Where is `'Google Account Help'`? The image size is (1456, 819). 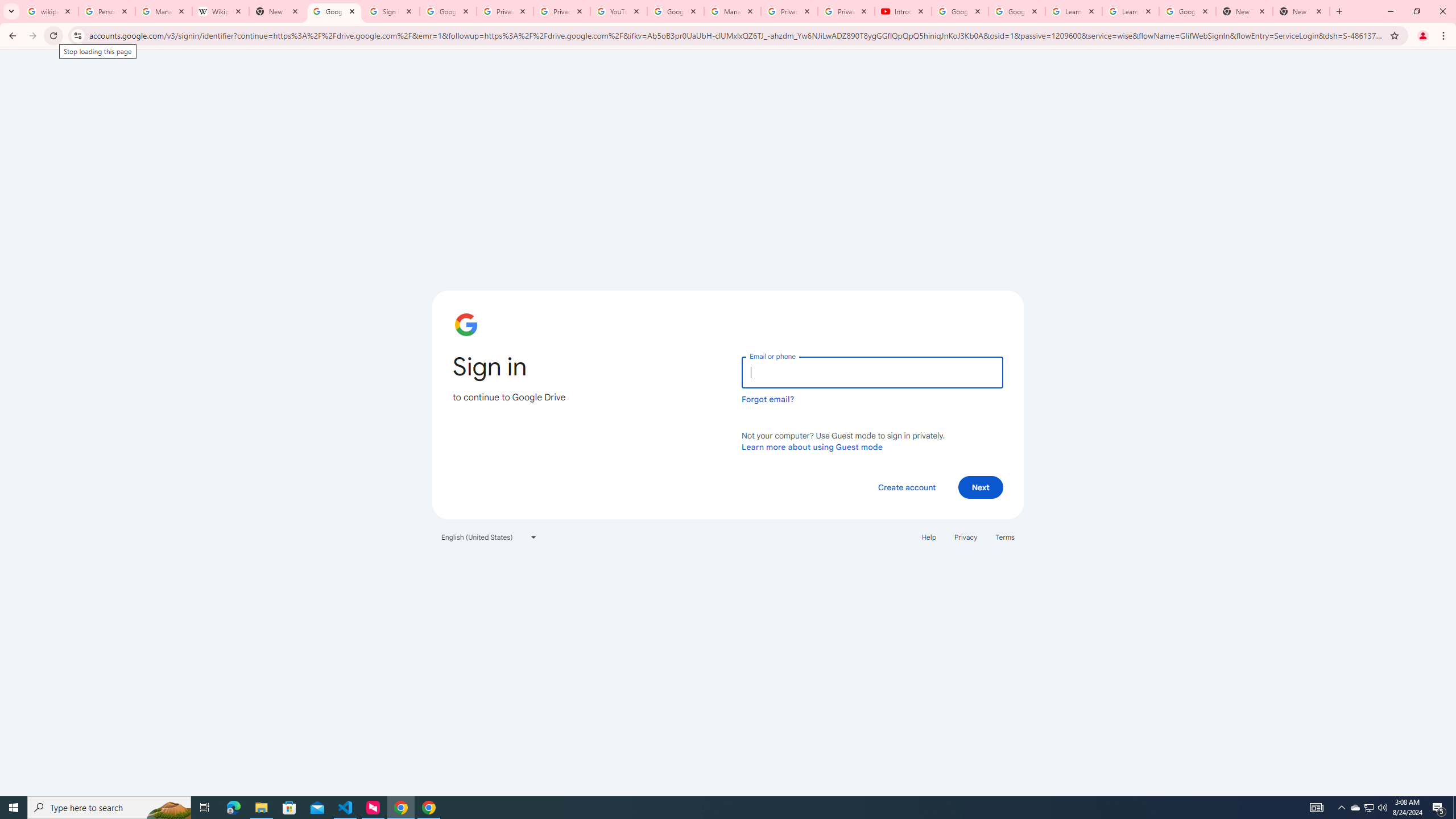
'Google Account Help' is located at coordinates (959, 11).